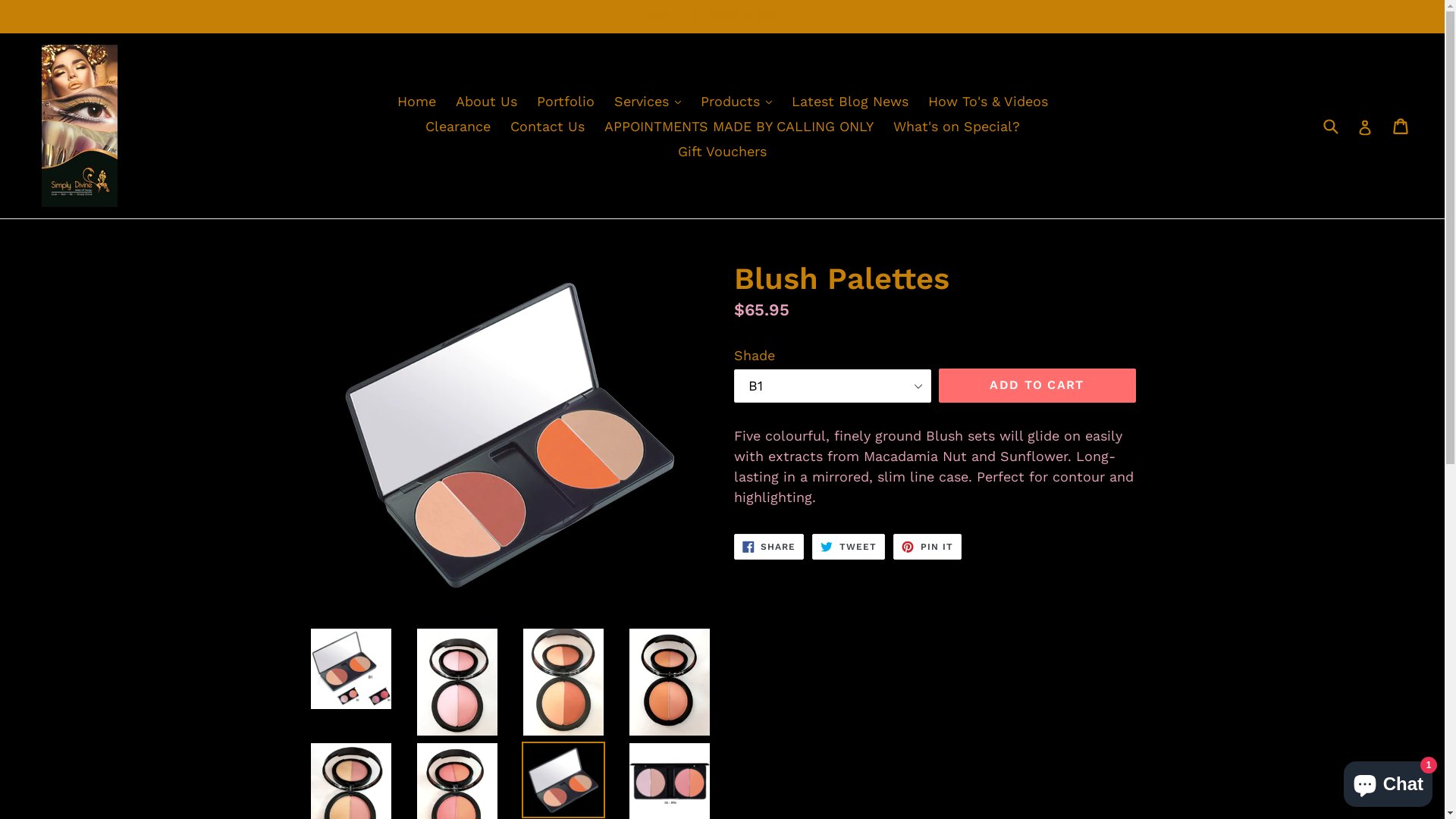 This screenshot has height=819, width=1456. I want to click on 'What's on Special?', so click(955, 125).